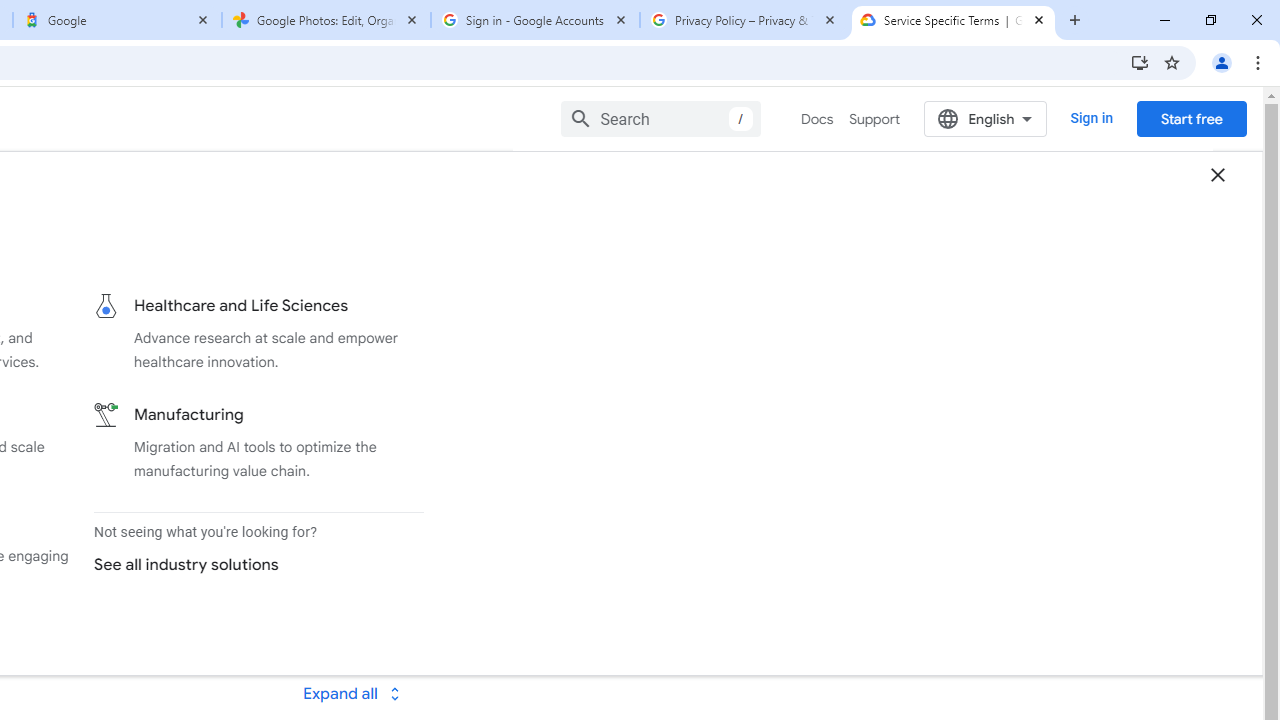 This screenshot has width=1280, height=720. I want to click on 'Install Google Cloud', so click(1139, 61).